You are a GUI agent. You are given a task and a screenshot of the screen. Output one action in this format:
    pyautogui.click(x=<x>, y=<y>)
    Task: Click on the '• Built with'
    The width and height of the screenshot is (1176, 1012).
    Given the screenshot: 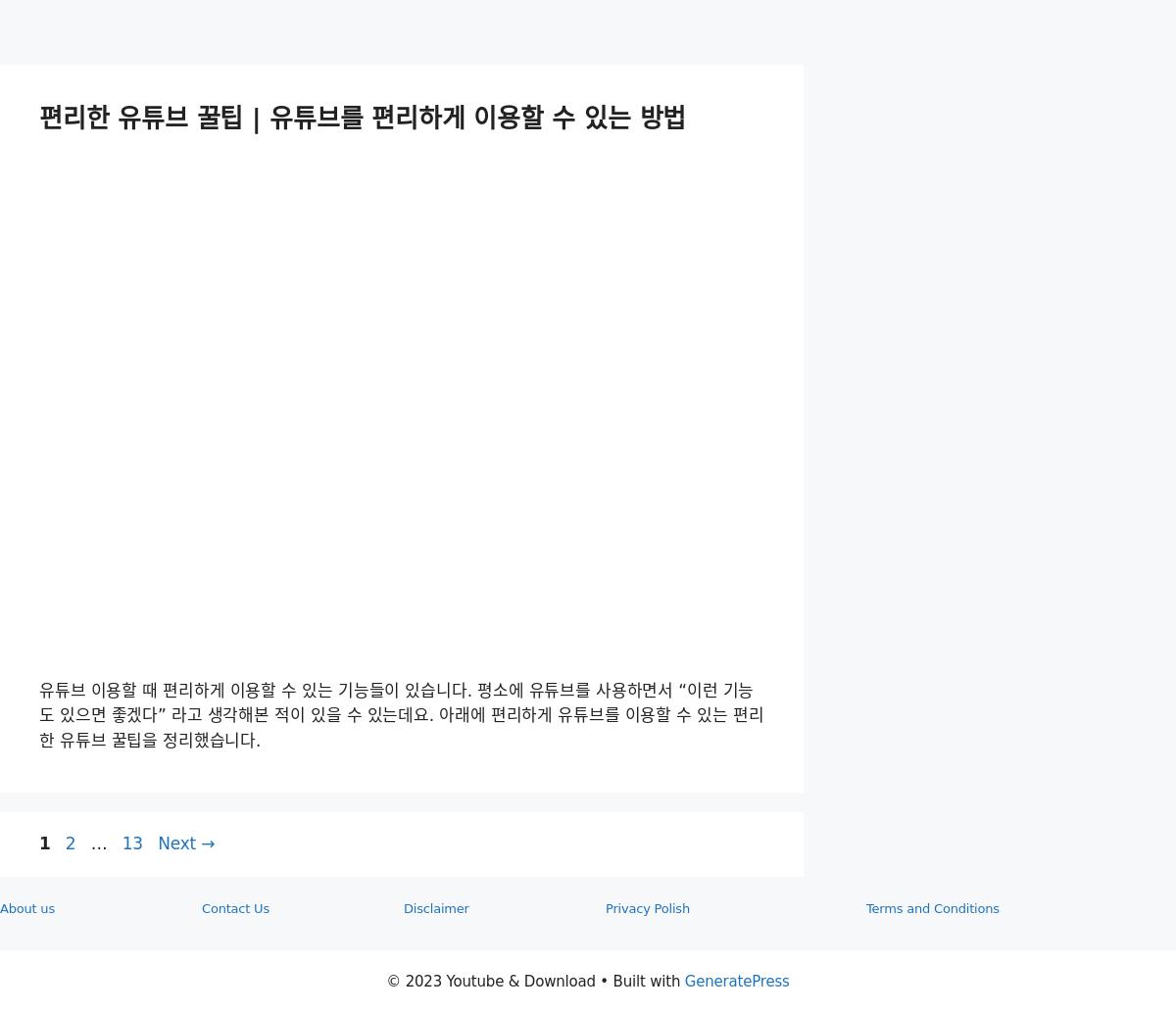 What is the action you would take?
    pyautogui.click(x=639, y=979)
    